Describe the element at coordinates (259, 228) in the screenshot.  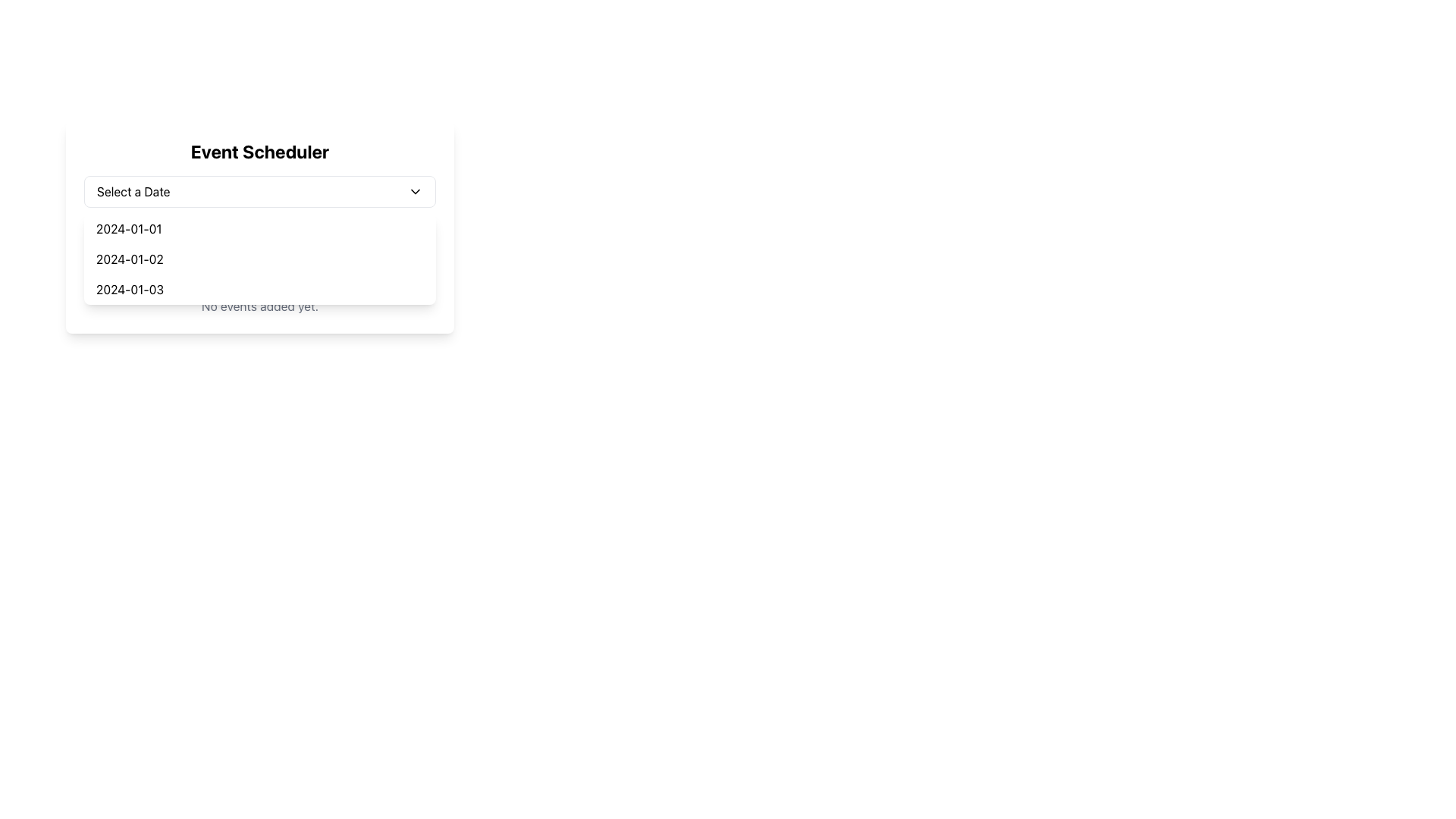
I see `the first item in the dropdown list displaying the date '2024-01-01'` at that location.